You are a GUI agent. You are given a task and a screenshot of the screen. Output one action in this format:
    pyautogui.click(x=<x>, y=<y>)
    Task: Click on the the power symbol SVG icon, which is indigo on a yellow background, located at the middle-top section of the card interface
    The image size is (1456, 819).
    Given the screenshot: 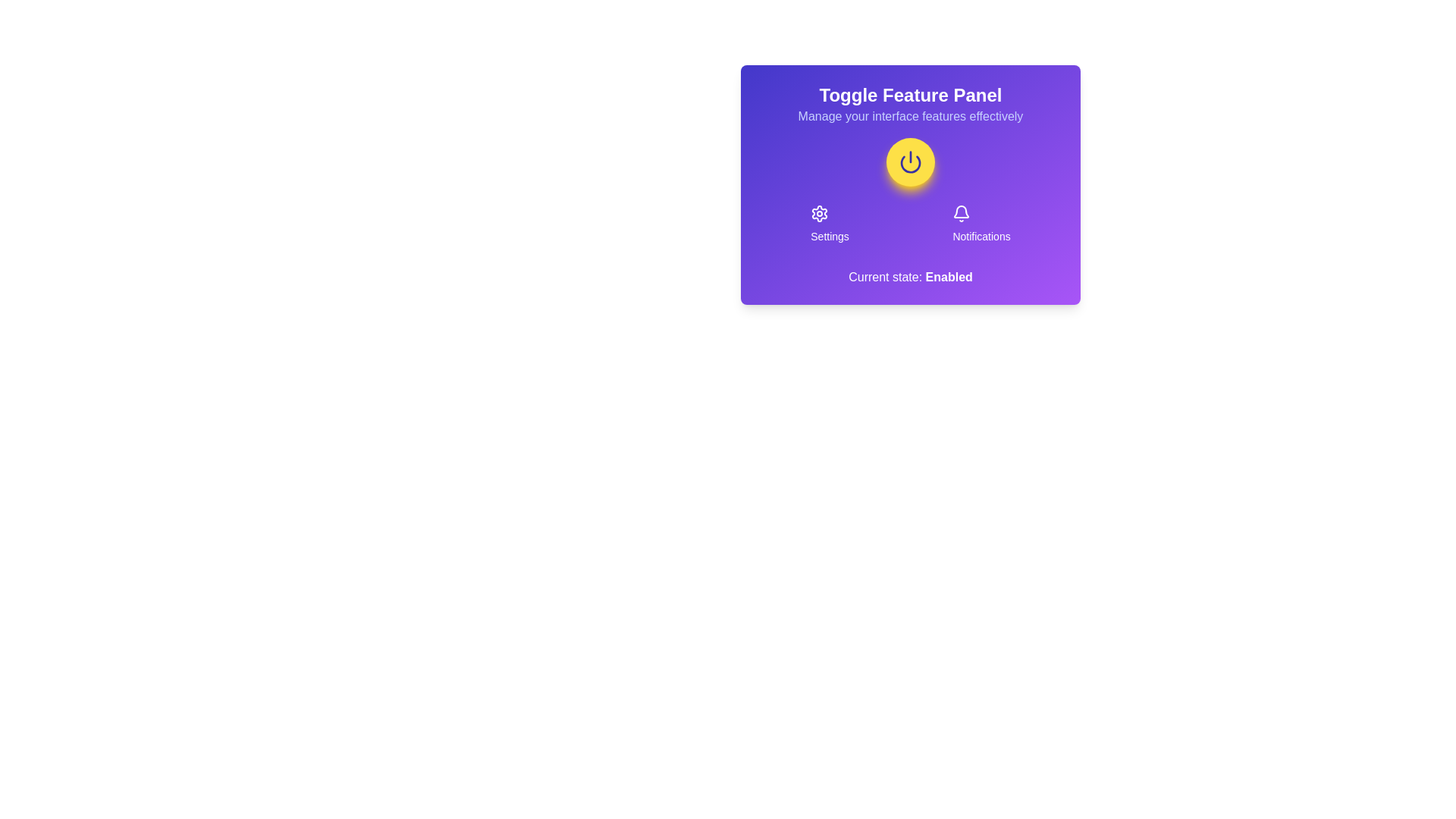 What is the action you would take?
    pyautogui.click(x=910, y=162)
    